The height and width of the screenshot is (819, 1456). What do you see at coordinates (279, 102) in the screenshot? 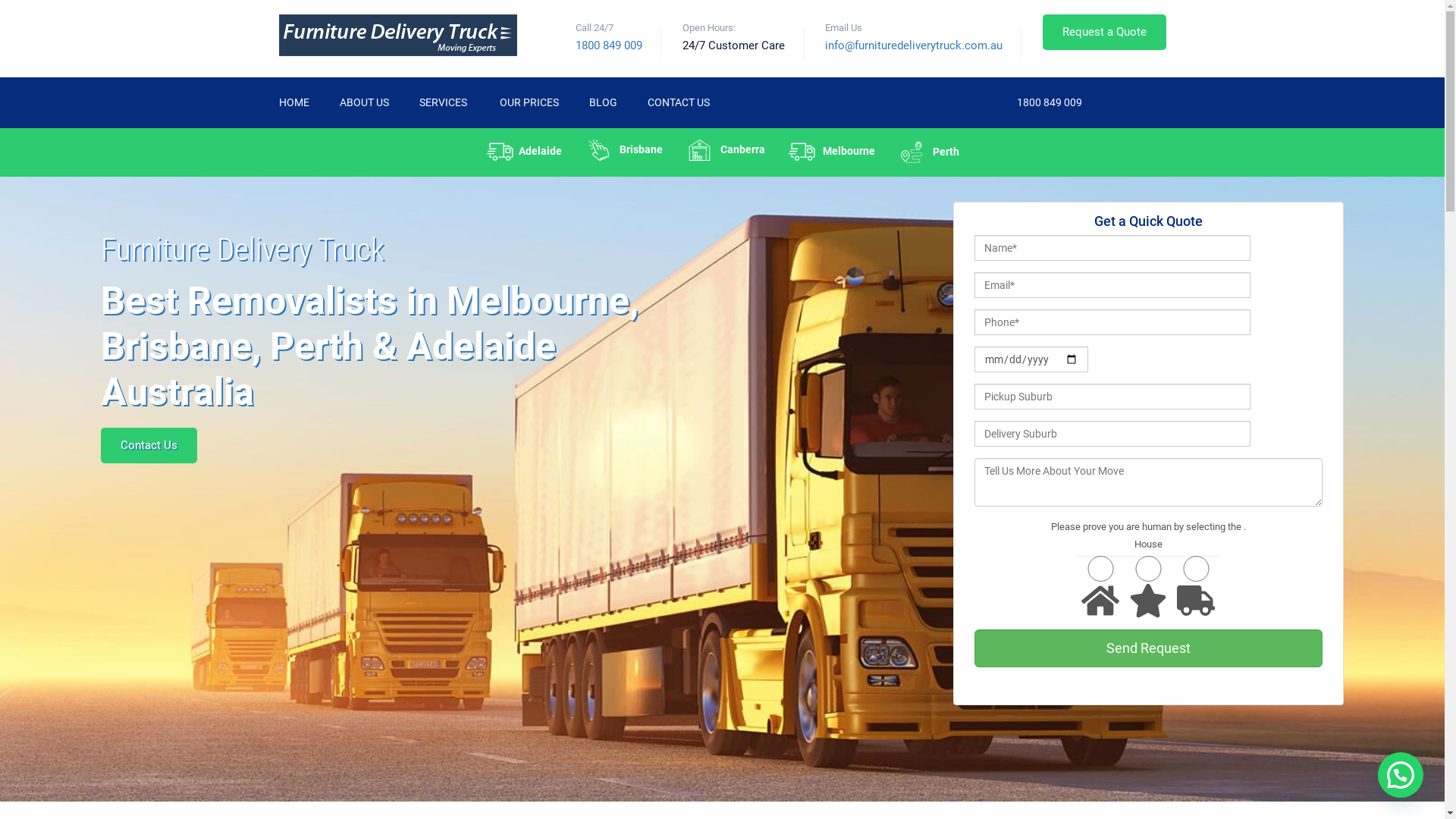
I see `'HOME'` at bounding box center [279, 102].